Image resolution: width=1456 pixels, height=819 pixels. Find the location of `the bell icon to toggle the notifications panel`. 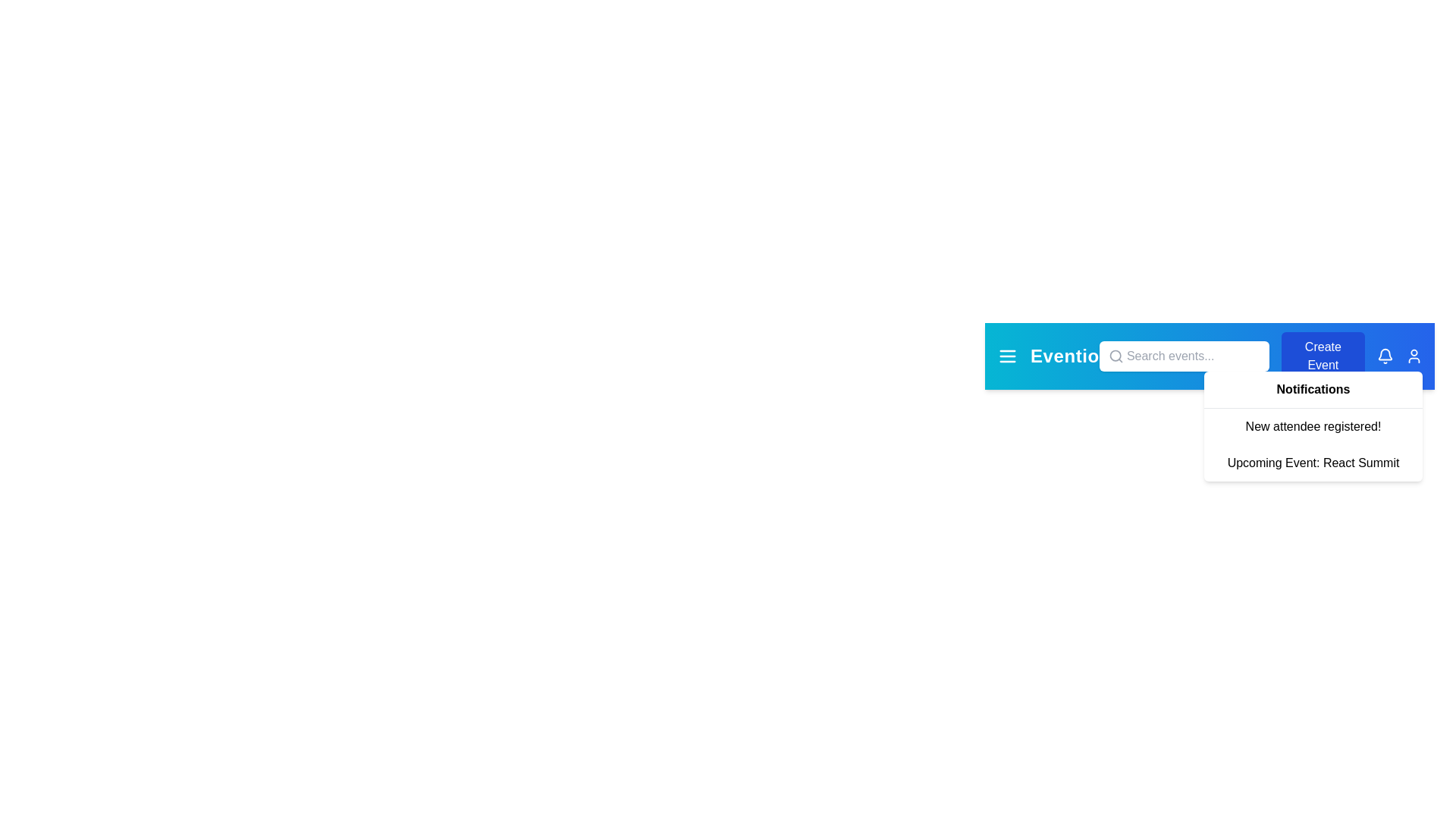

the bell icon to toggle the notifications panel is located at coordinates (1385, 356).